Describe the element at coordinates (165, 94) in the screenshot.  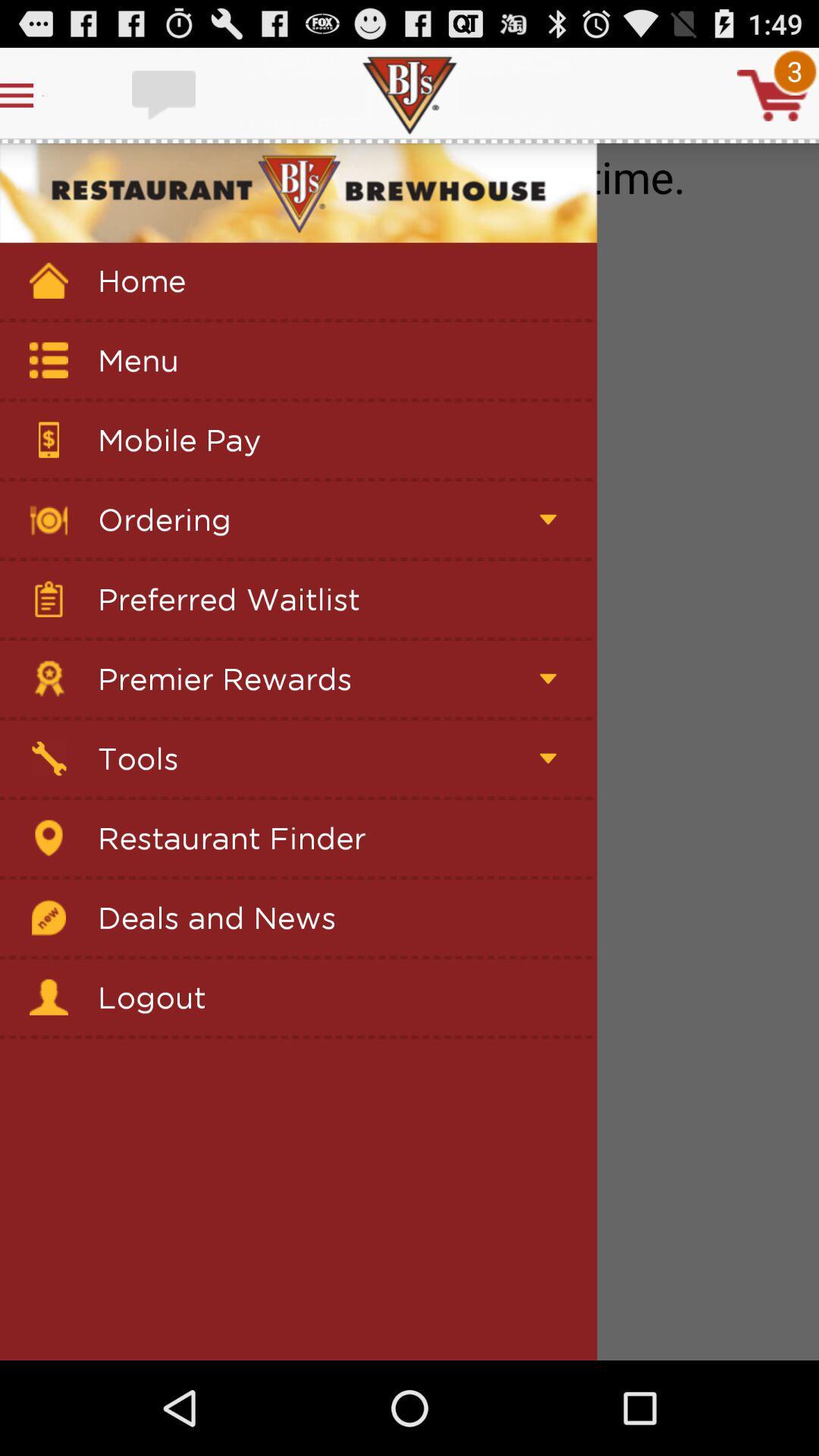
I see `input text` at that location.